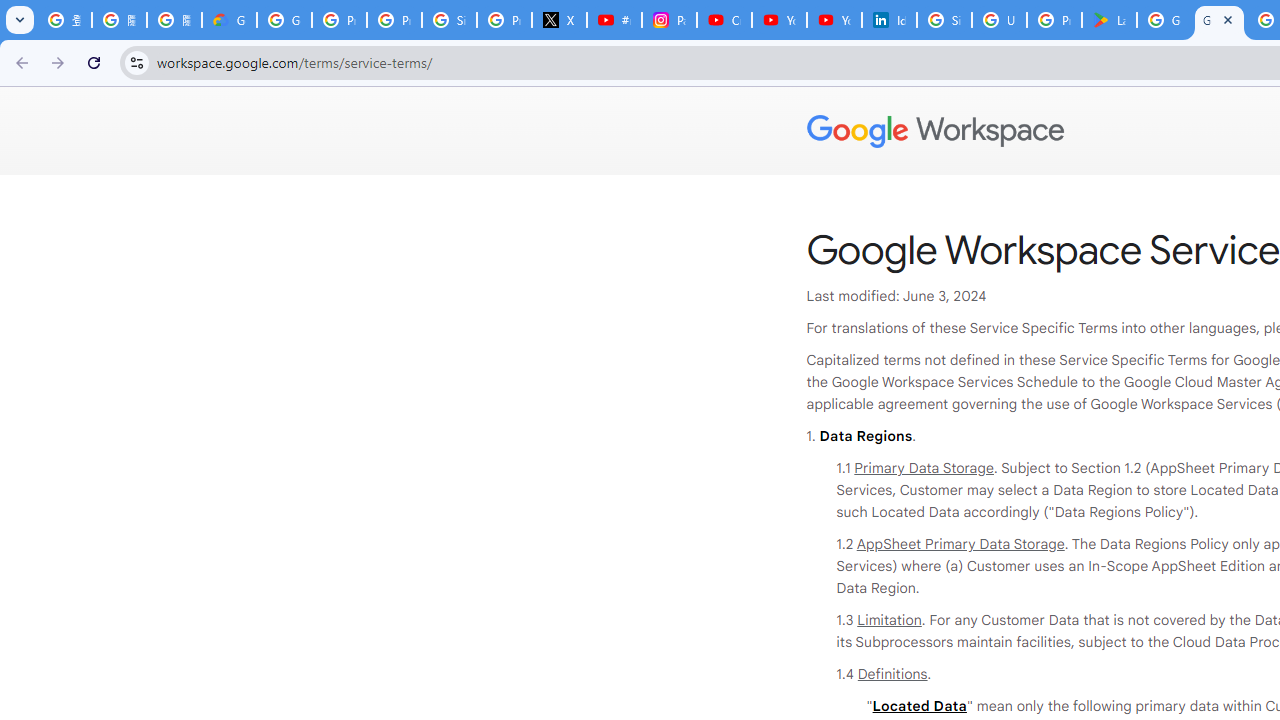  I want to click on 'YouTube Culture & Trends - YouTube Top 10, 2021', so click(833, 20).